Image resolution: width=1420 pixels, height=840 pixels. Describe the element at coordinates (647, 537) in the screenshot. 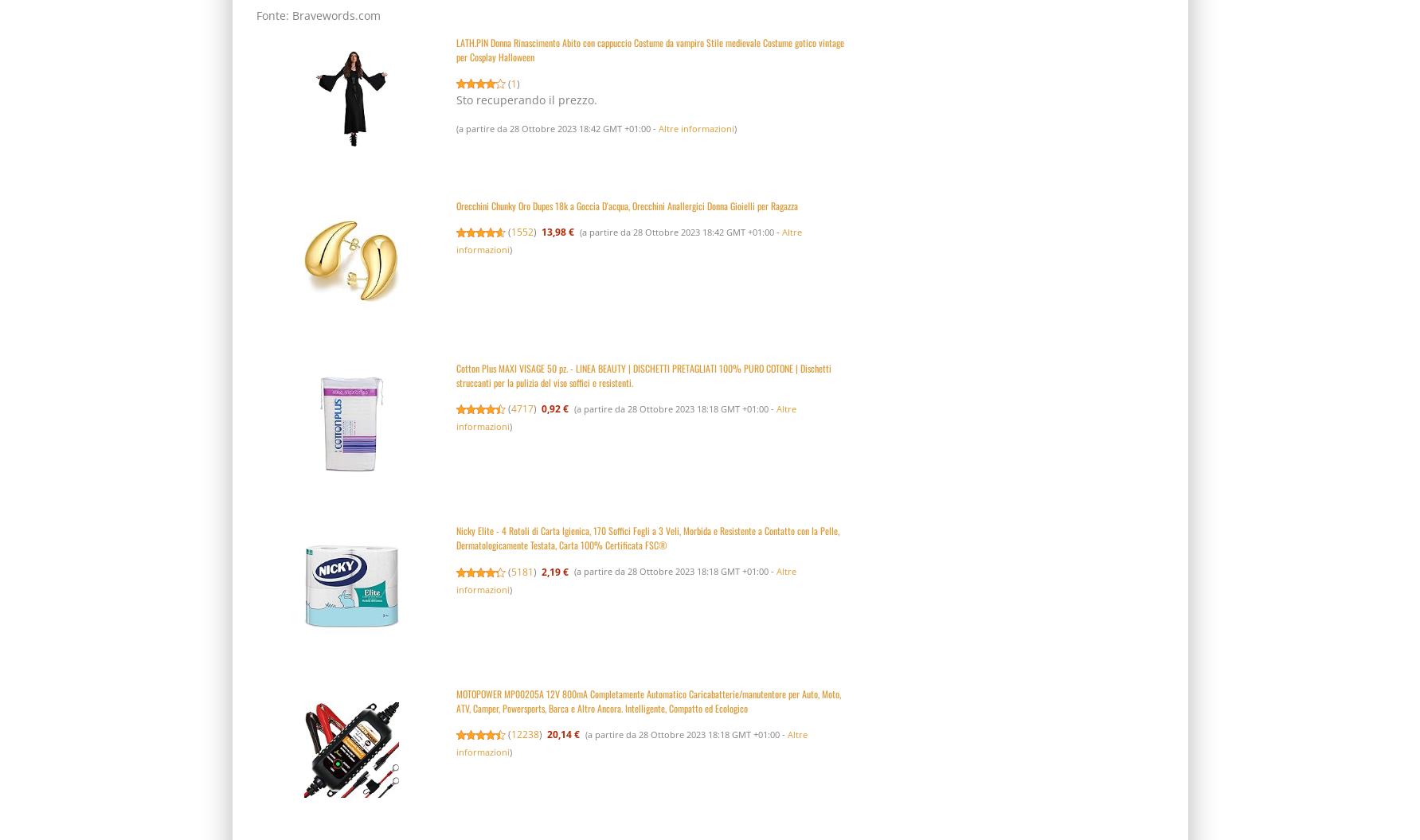

I see `'Nicky Elite - 4 Rotoli di Carta Igienica, 170 Soffici Fogli a 3 Veli, Morbida e Resistente a Contatto con la Pelle, Dermatologicamente Testata, Carta 100% Certificata FSC®'` at that location.